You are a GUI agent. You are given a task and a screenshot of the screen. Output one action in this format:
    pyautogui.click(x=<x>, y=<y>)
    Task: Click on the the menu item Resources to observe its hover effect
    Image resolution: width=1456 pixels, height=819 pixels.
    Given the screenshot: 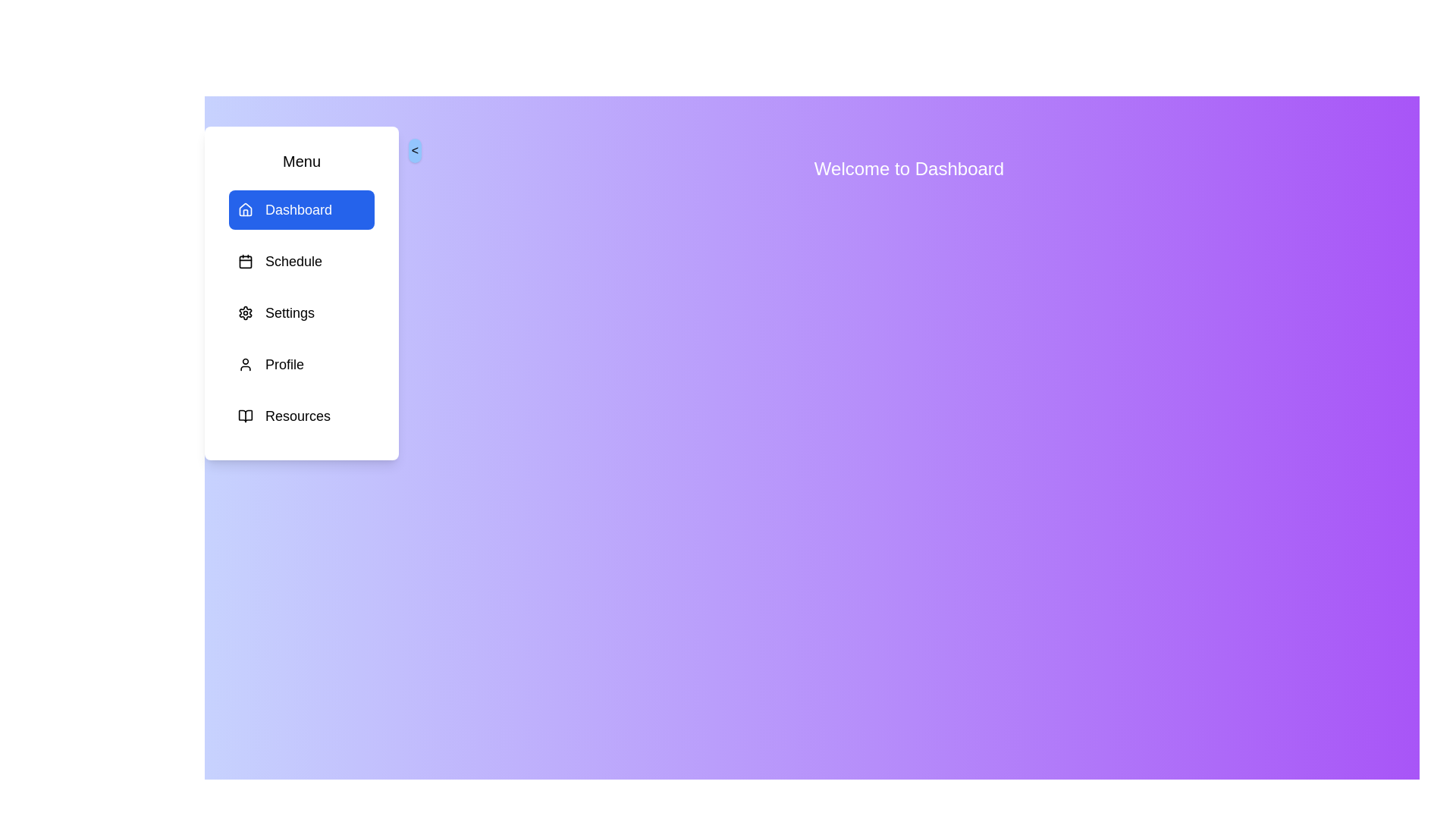 What is the action you would take?
    pyautogui.click(x=302, y=416)
    